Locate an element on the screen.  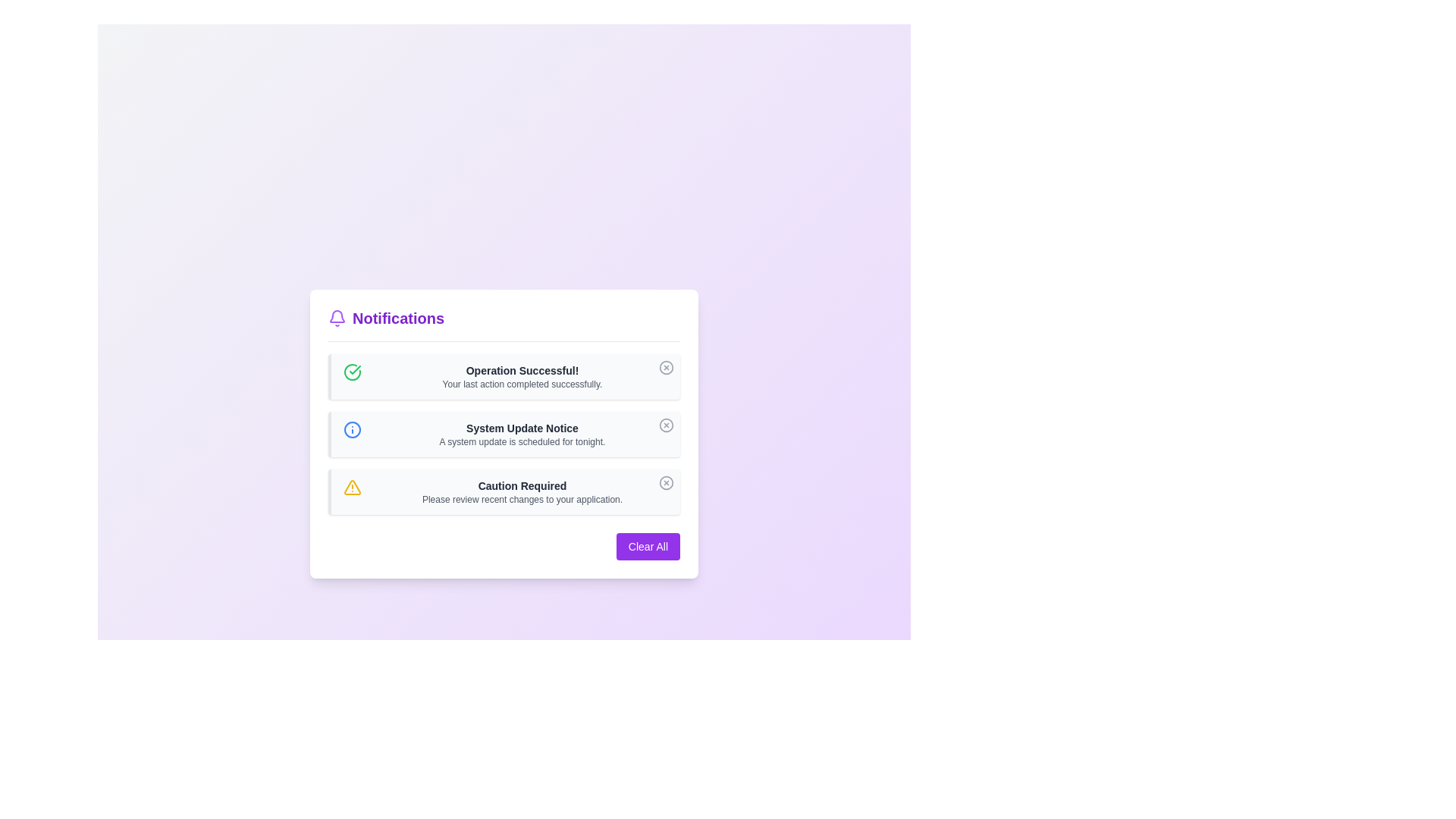
the blue circular information icon with an 'i' symbol located in the 'System Update Notice' notification card, positioned to the left of the notification text is located at coordinates (352, 429).